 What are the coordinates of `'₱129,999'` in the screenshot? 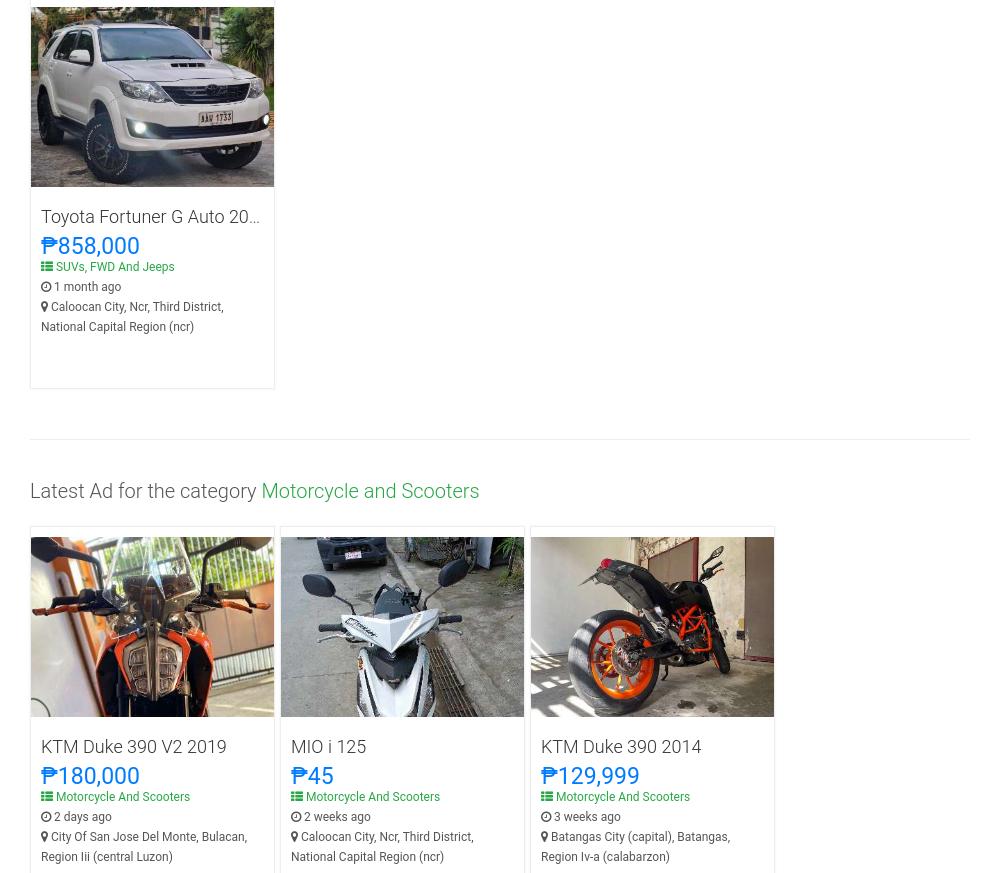 It's located at (589, 775).